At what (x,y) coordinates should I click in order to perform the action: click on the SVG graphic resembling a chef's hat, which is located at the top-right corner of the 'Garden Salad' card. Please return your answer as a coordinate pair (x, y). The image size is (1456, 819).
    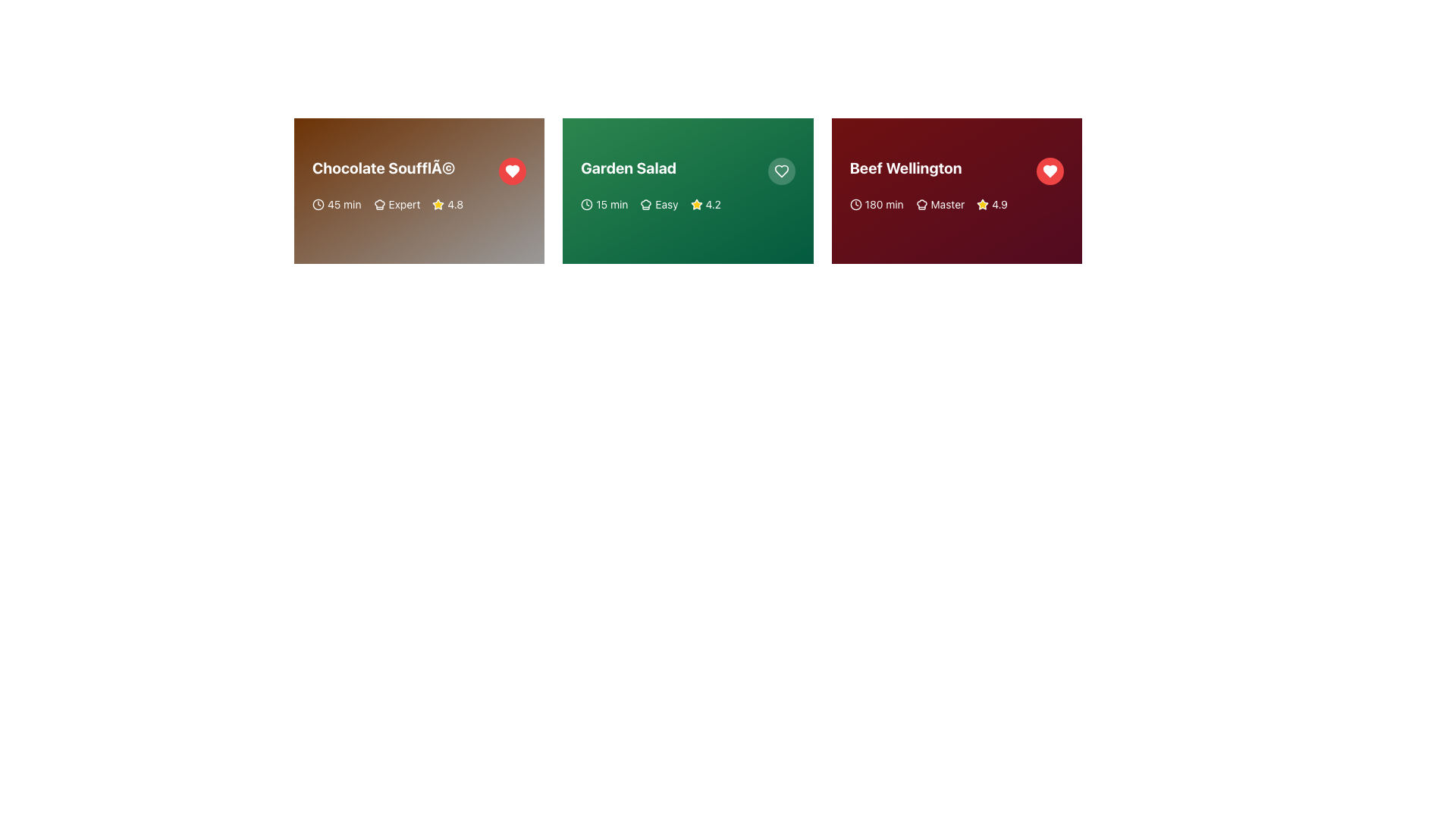
    Looking at the image, I should click on (646, 205).